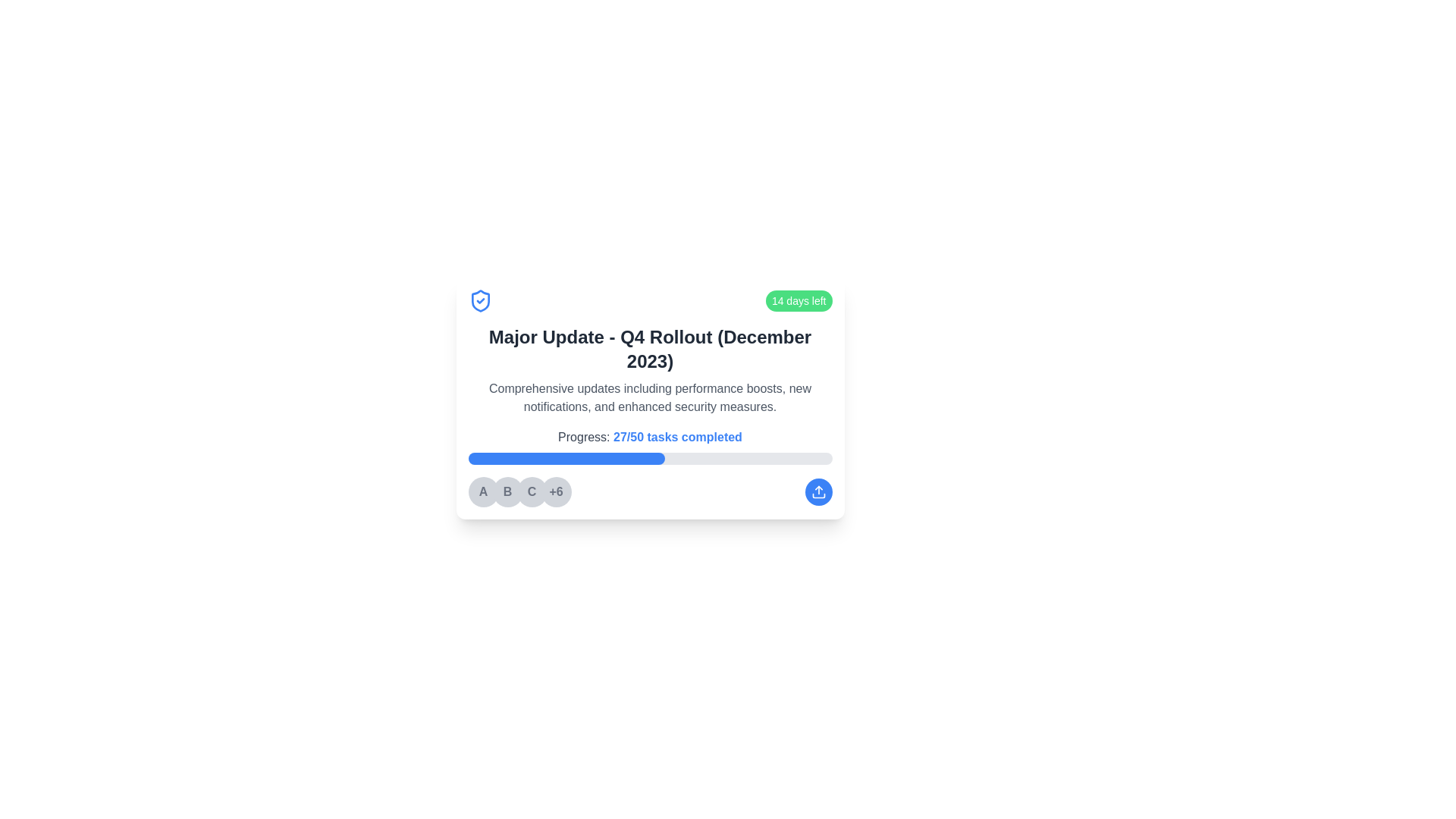 Image resolution: width=1456 pixels, height=819 pixels. What do you see at coordinates (817, 491) in the screenshot?
I see `the circular button with a bright blue background and a white upload icon, located at the far right end of the horizontal layout containing user avatars` at bounding box center [817, 491].